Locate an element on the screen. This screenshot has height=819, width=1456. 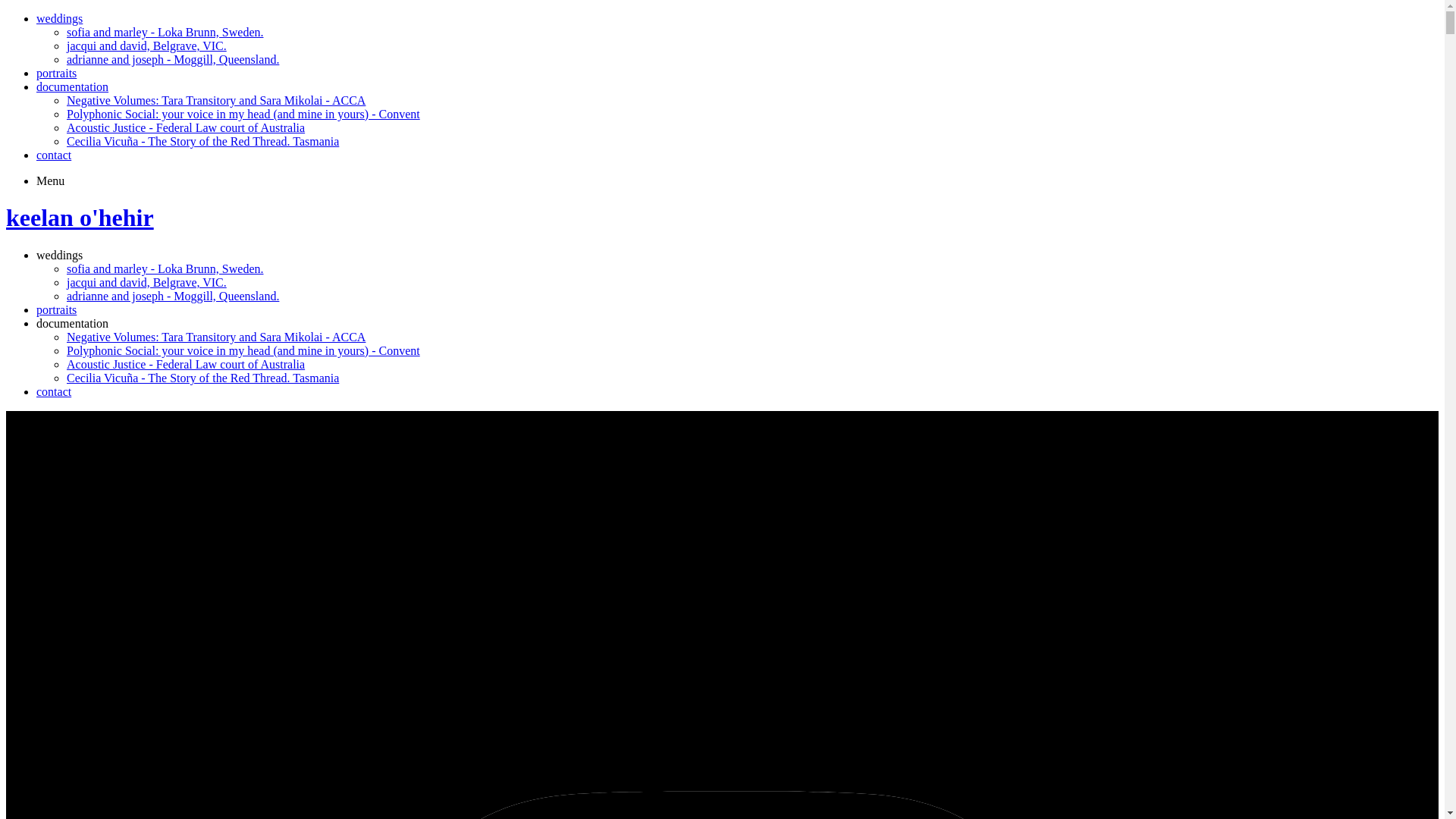
'adrianne and joseph - Moggill, Queensland.' is located at coordinates (173, 296).